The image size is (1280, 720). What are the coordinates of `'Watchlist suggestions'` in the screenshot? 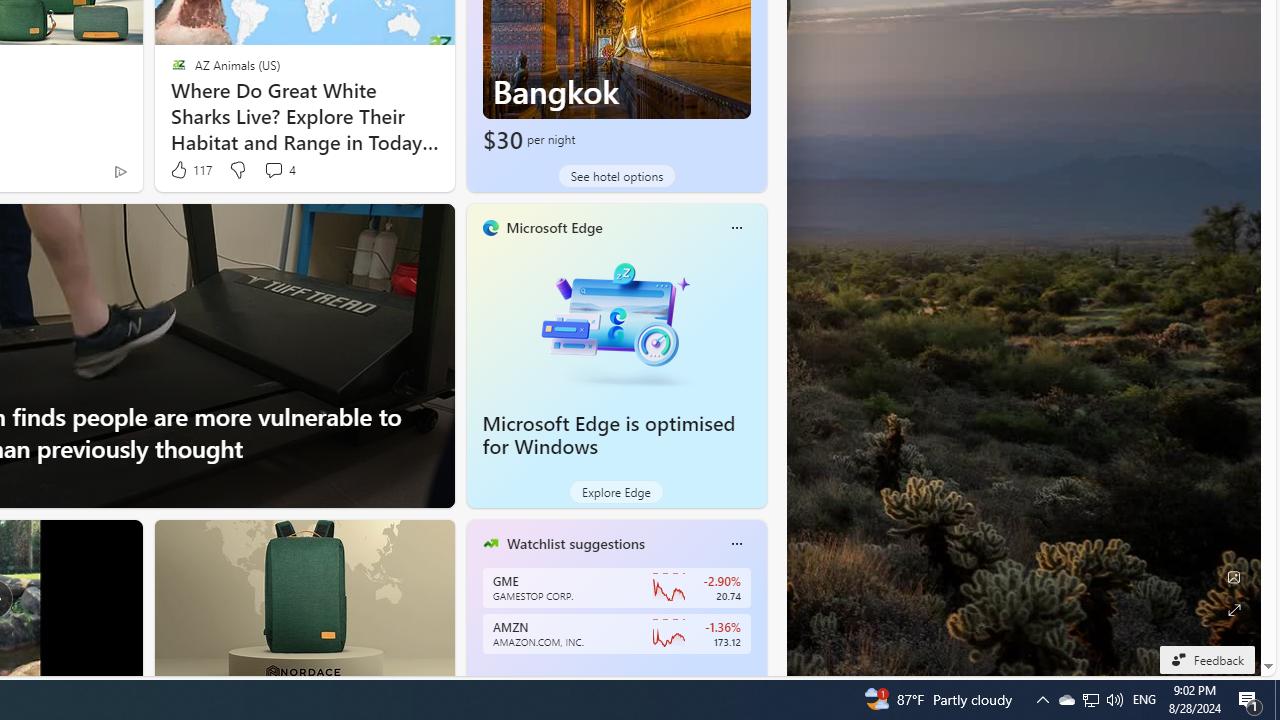 It's located at (574, 543).